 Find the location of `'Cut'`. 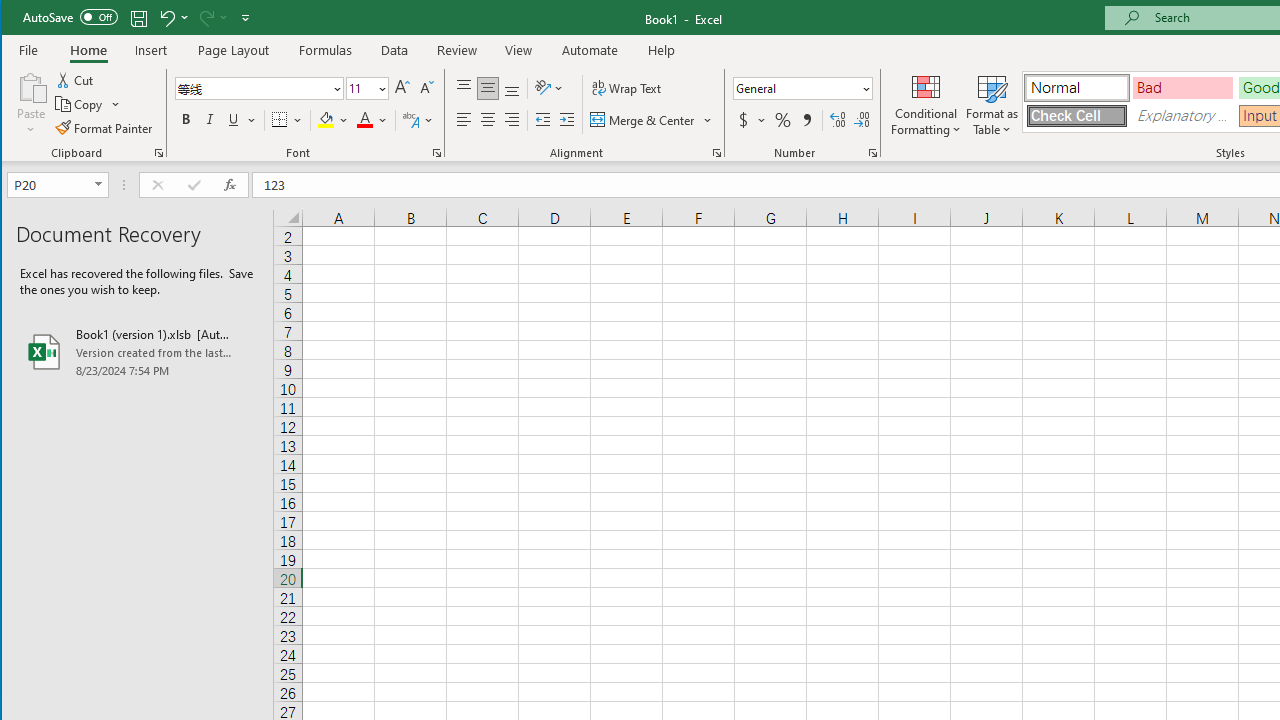

'Cut' is located at coordinates (76, 79).